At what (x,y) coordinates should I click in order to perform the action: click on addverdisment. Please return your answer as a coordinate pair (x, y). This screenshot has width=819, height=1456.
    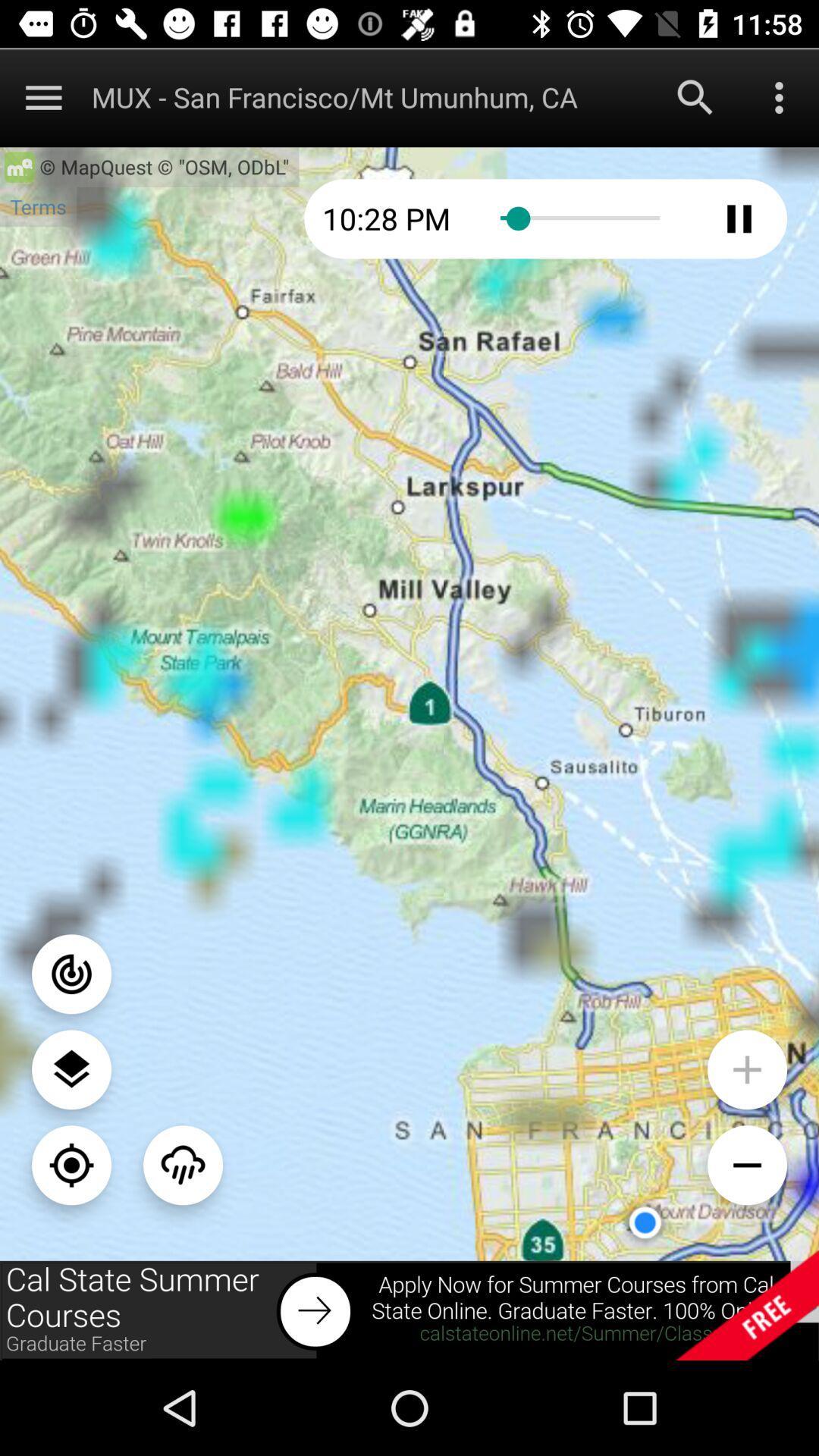
    Looking at the image, I should click on (409, 1310).